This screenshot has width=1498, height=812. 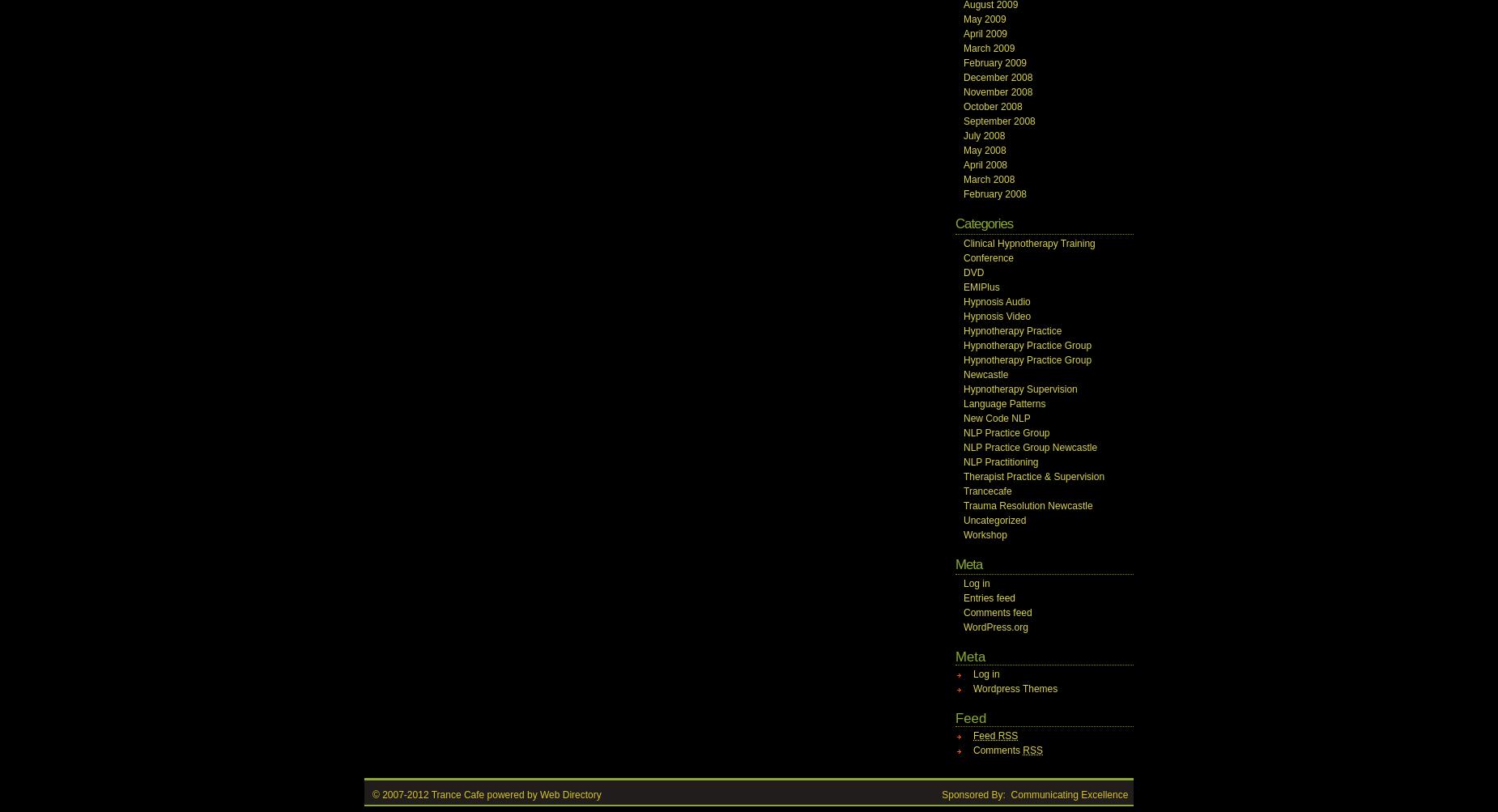 I want to click on 'November 2008', so click(x=962, y=91).